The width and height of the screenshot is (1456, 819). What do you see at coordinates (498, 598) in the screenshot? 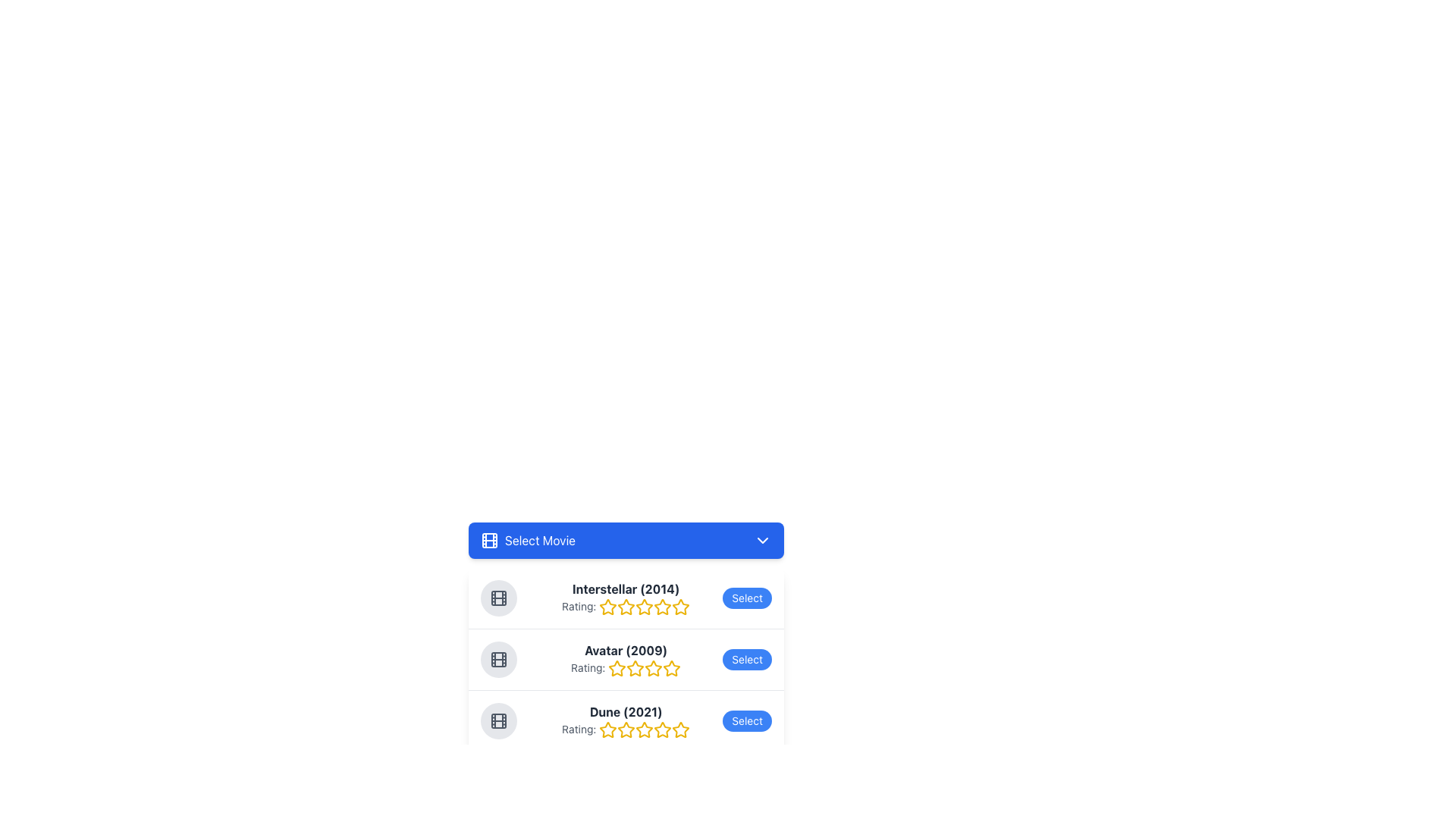
I see `the circular icon with a movie reel design located to the left of the text 'Interstellar (2014)'` at bounding box center [498, 598].